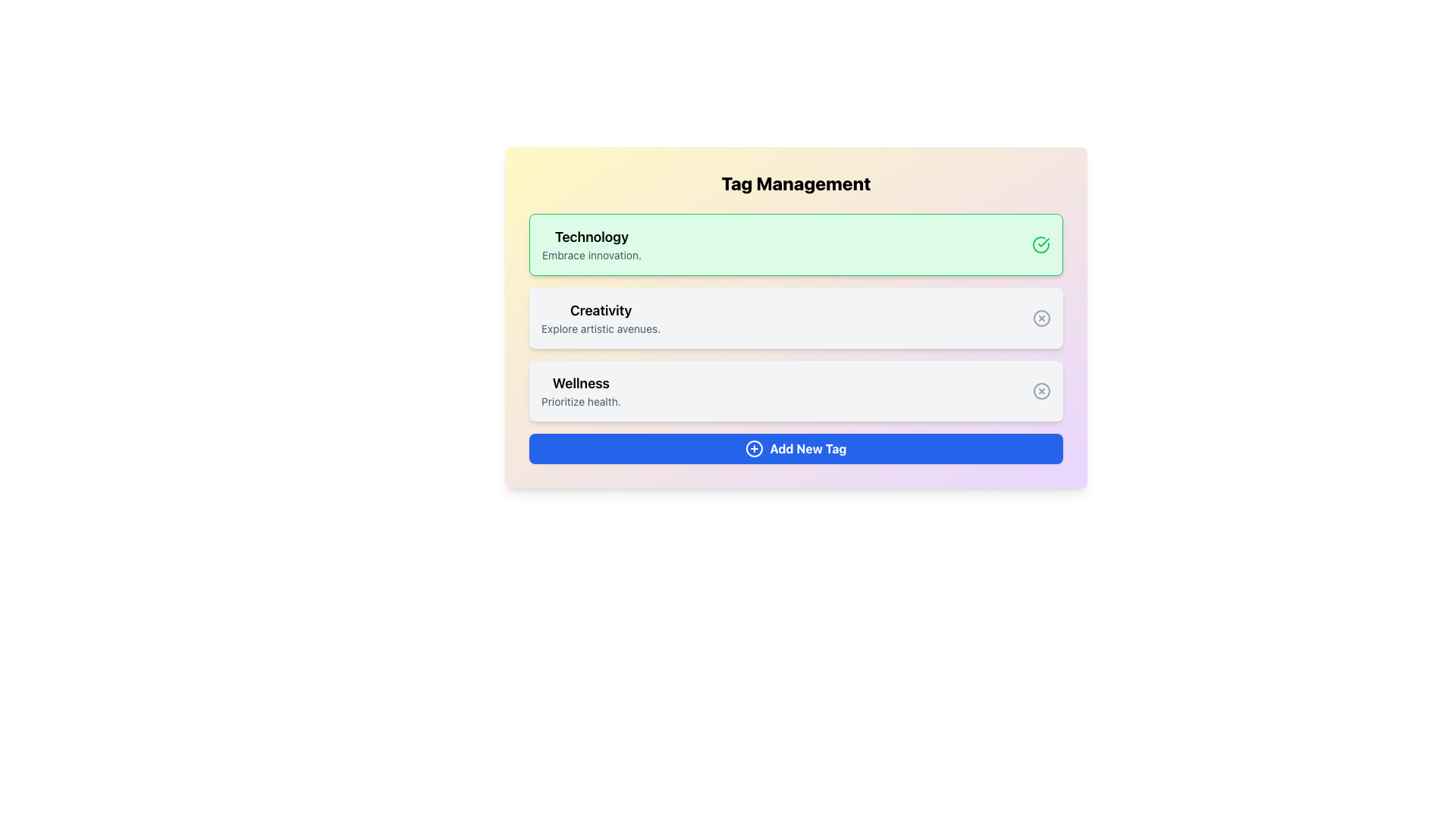 The width and height of the screenshot is (1456, 819). I want to click on the Text Display element that provides the title and subtitle for the 'Technology' category, summarizing its purpose with the phrase 'Embrace innovation.', so click(591, 244).